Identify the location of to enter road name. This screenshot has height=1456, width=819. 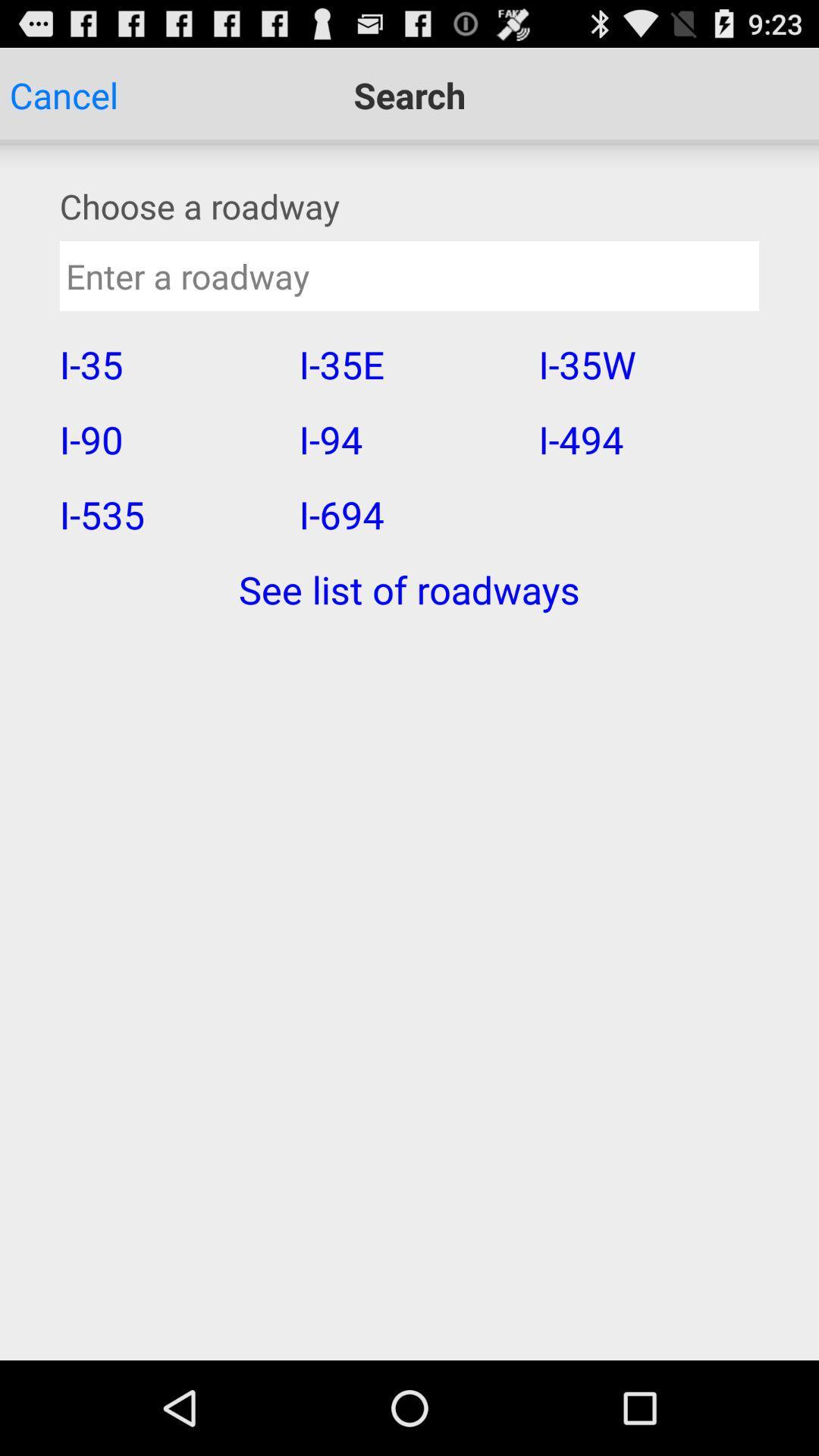
(409, 276).